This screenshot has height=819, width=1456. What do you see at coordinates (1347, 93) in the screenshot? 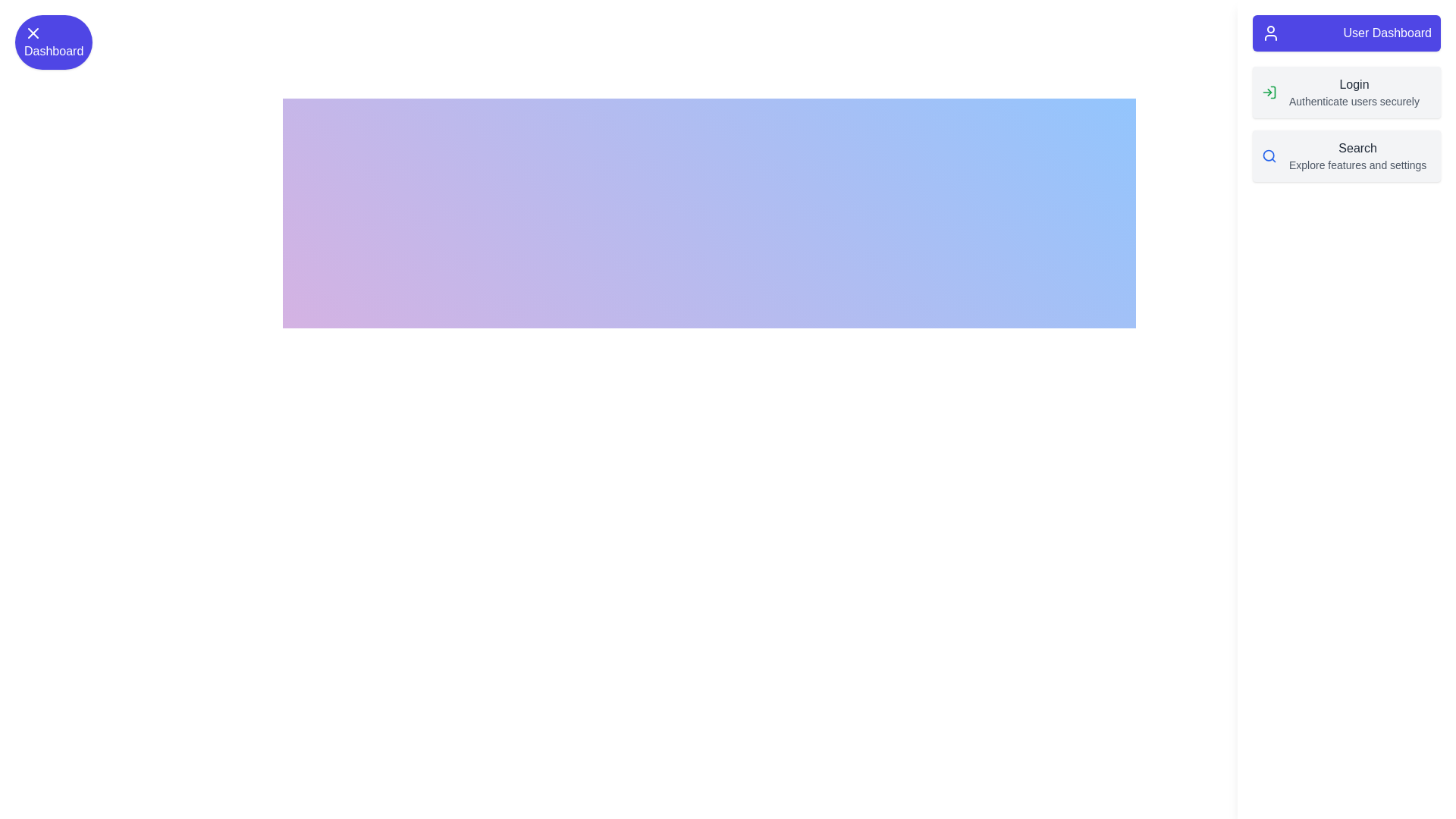
I see `the 'Login' option in the UserDashboardDrawer` at bounding box center [1347, 93].